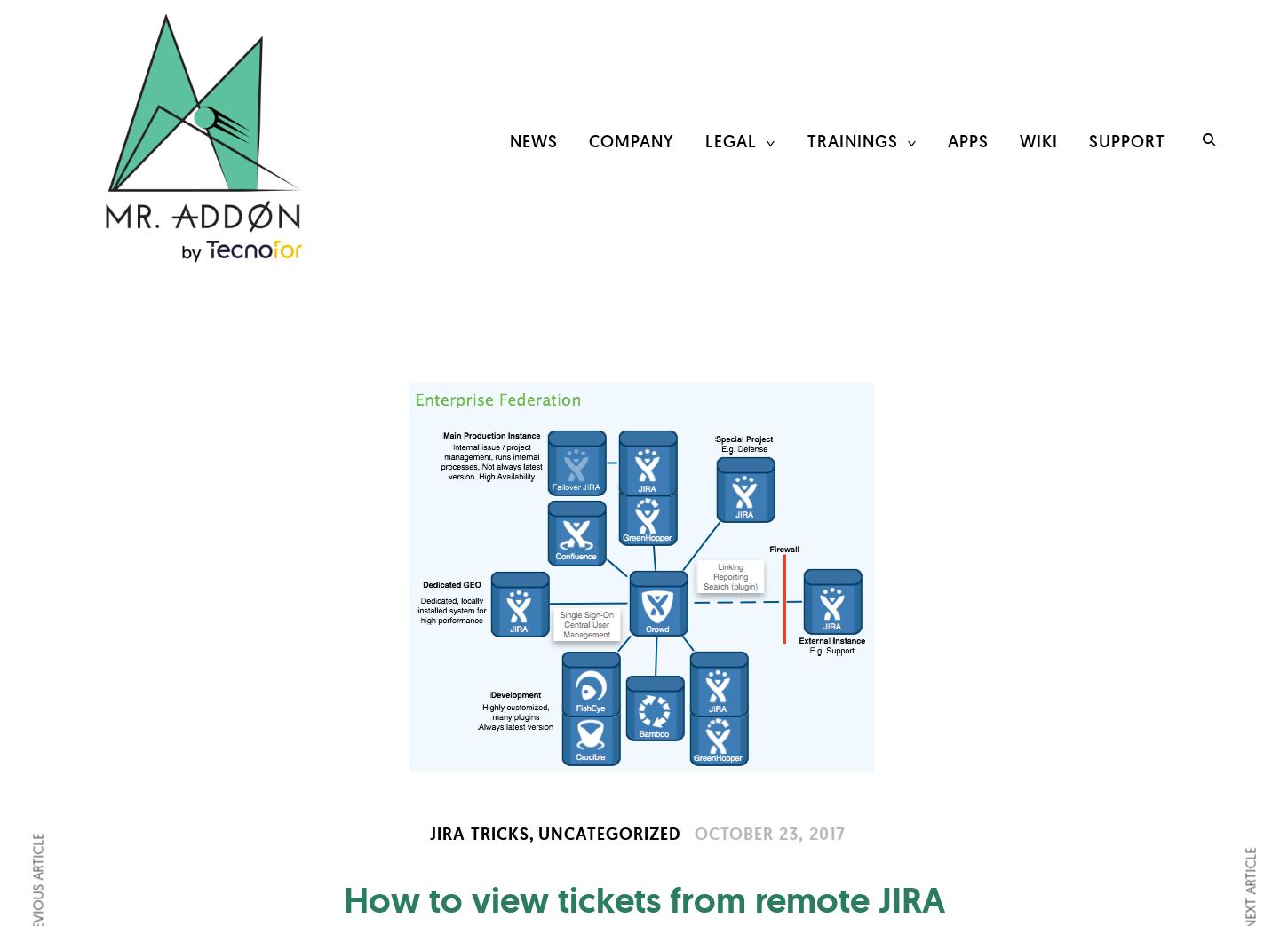 The image size is (1288, 926). What do you see at coordinates (768, 832) in the screenshot?
I see `'October 23, 2017'` at bounding box center [768, 832].